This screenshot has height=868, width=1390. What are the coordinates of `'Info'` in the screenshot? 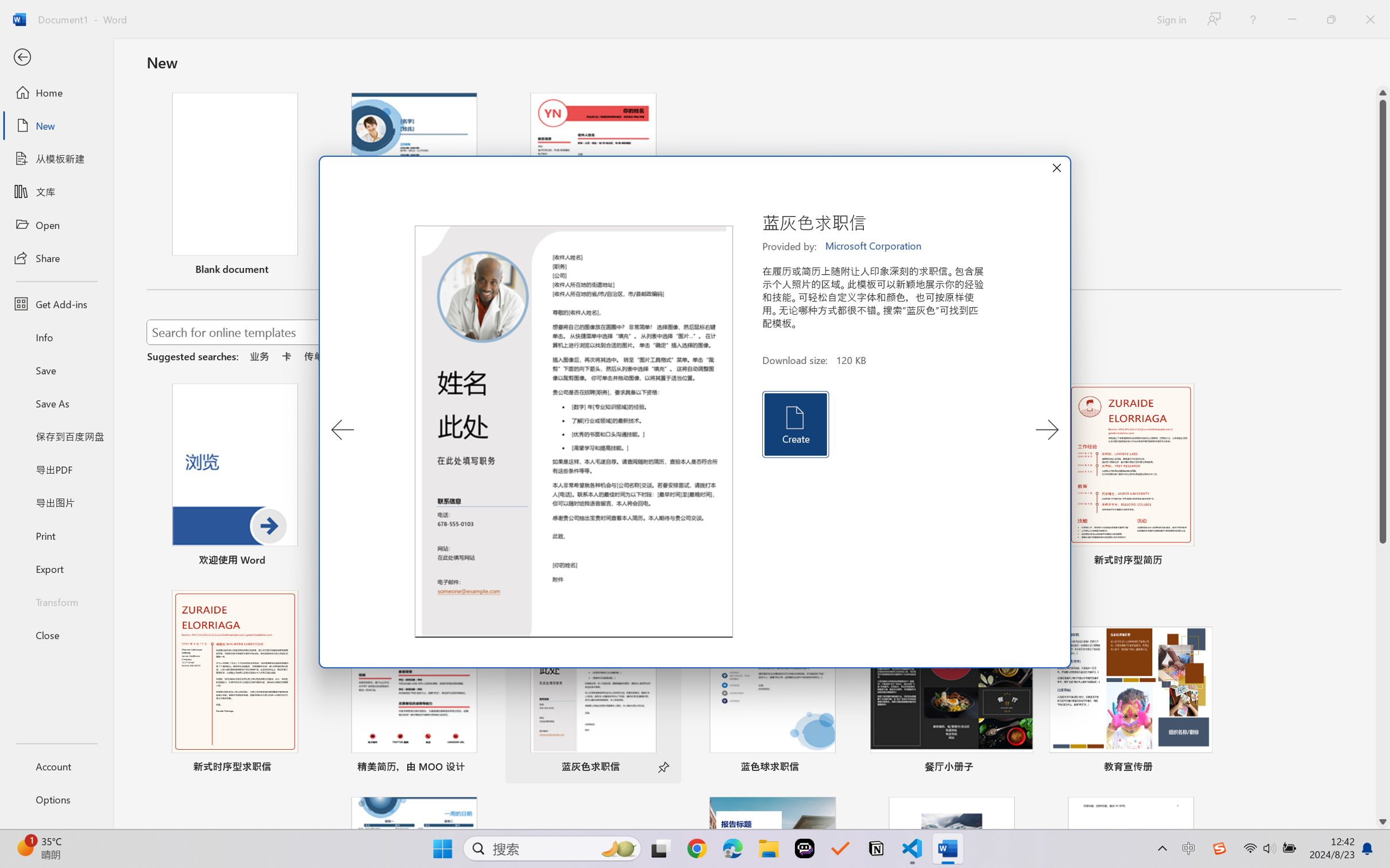 It's located at (56, 336).